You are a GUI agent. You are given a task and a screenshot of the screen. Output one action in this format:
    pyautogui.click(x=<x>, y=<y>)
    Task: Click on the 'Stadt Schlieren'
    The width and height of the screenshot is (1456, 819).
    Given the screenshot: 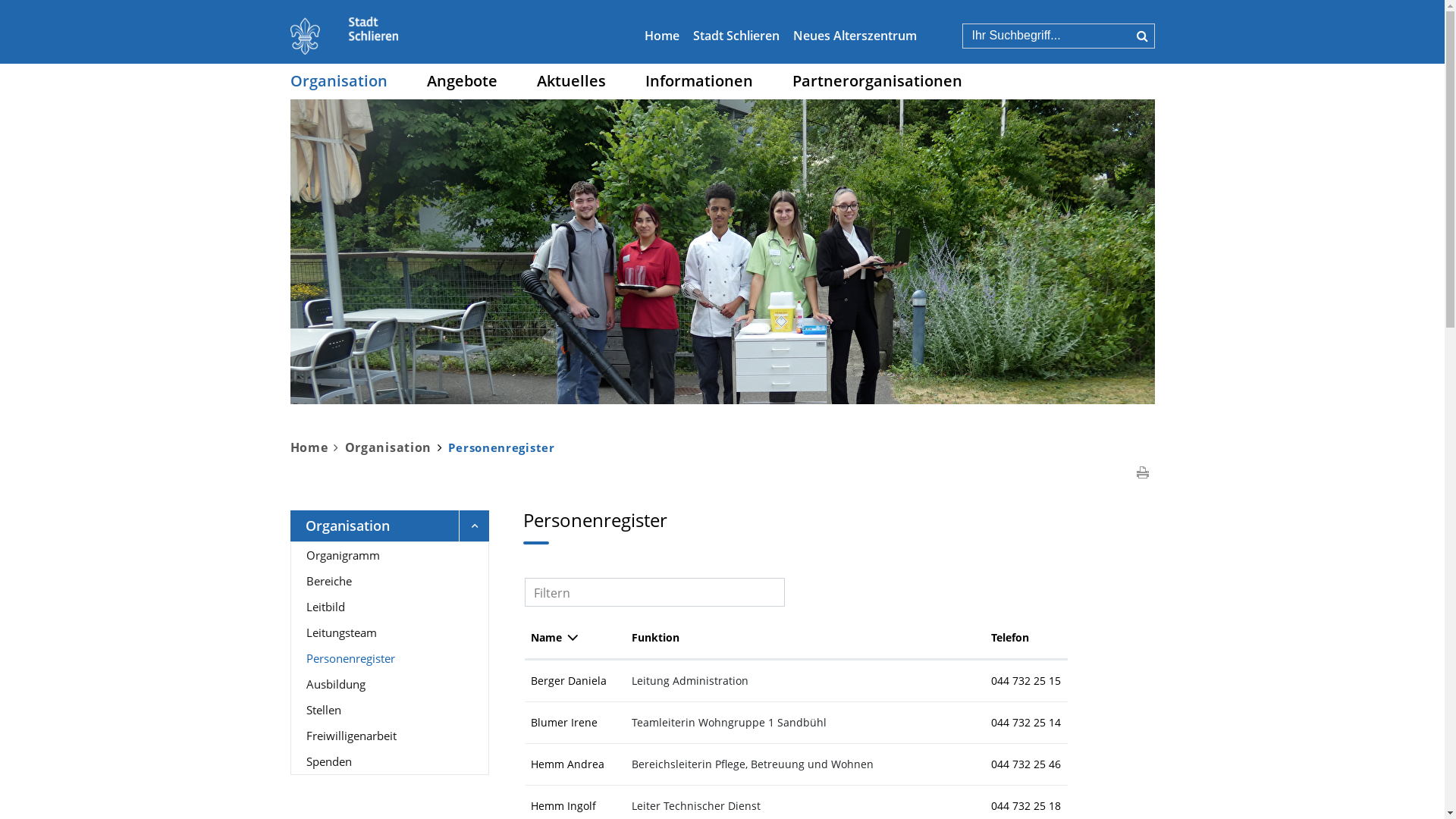 What is the action you would take?
    pyautogui.click(x=736, y=34)
    